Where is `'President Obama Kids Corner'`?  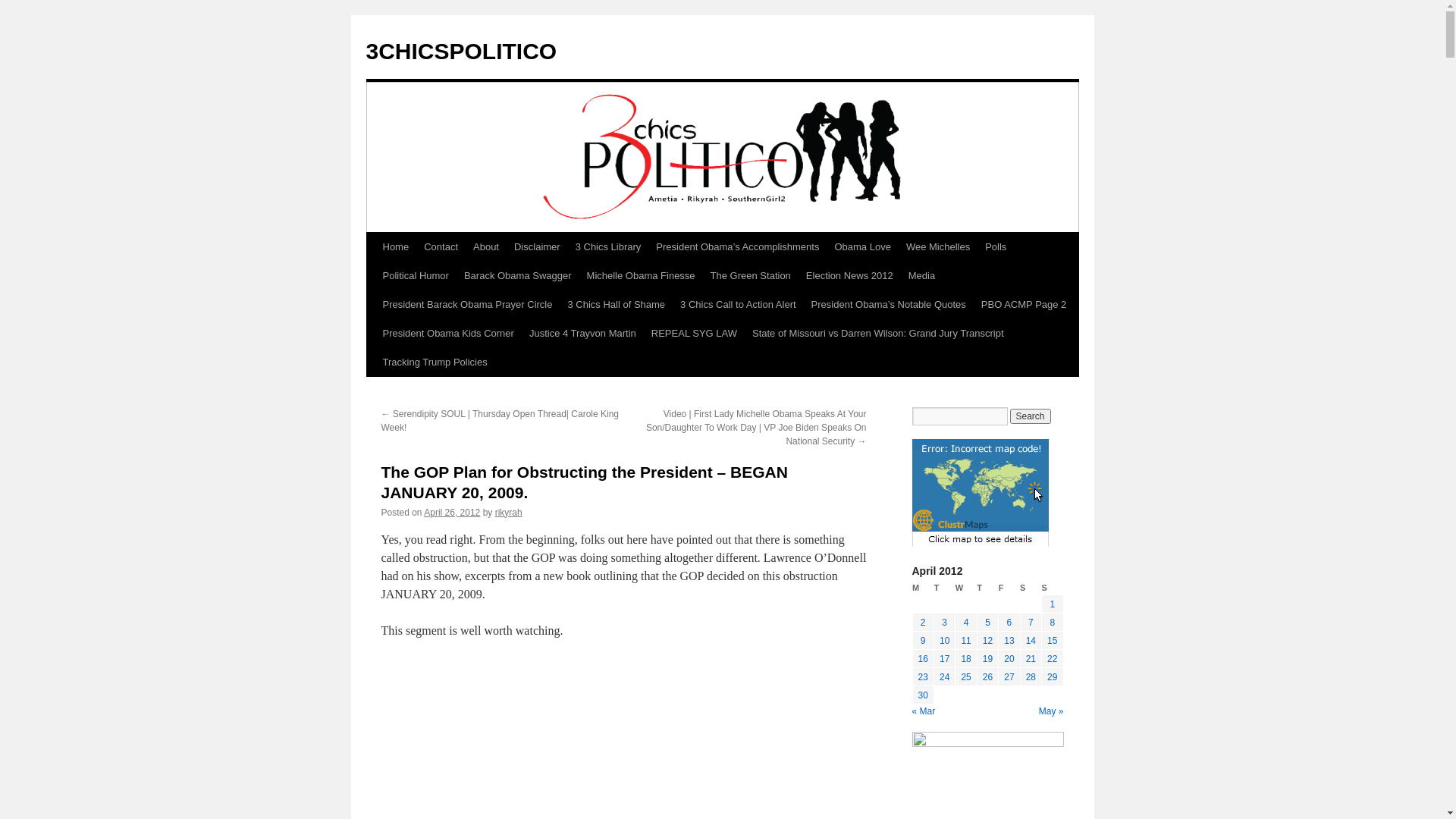
'President Obama Kids Corner' is located at coordinates (447, 332).